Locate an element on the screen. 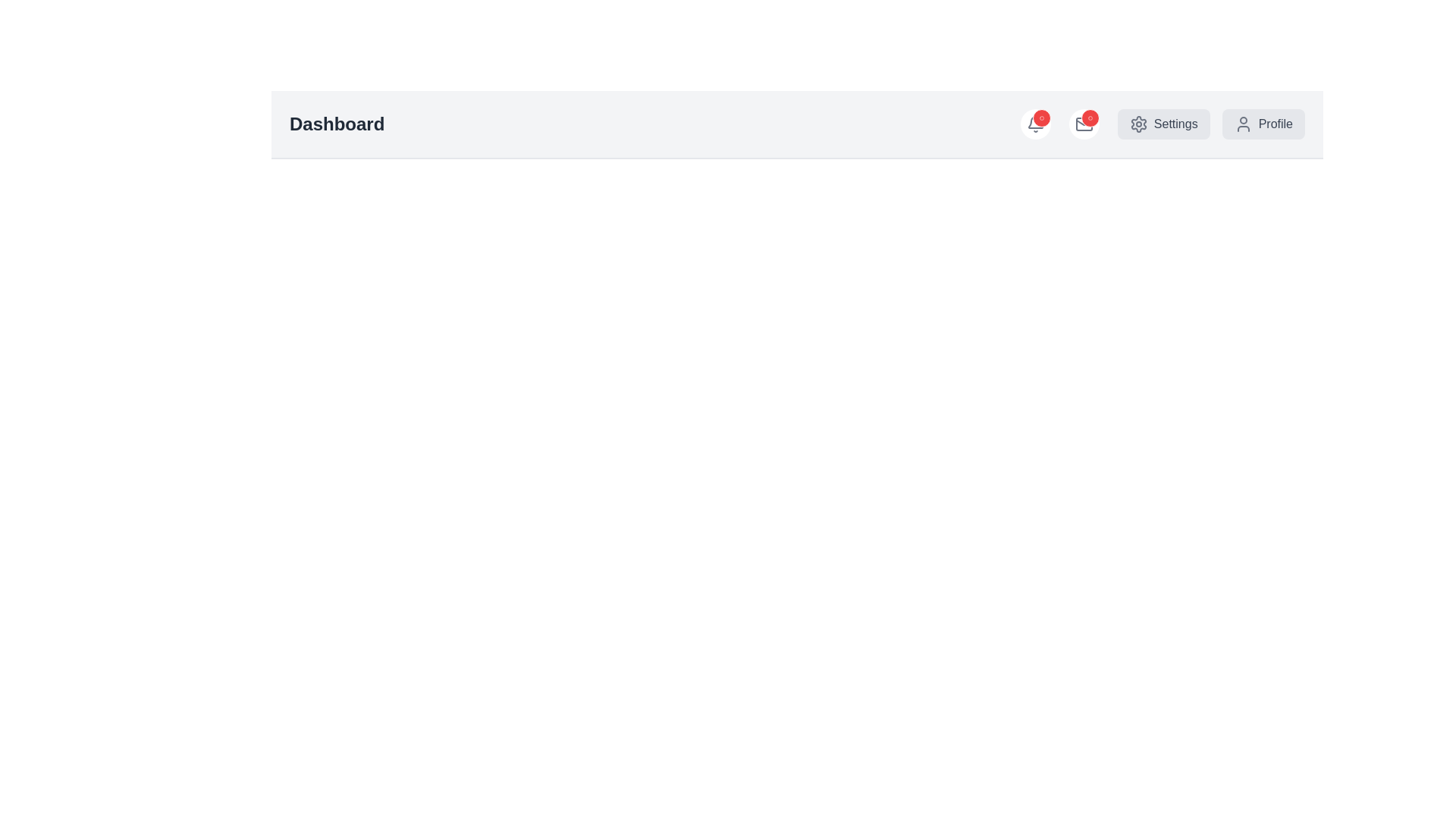  the 'Settings' button, which features a gear icon and is located at the top-right of the interface is located at coordinates (1163, 124).